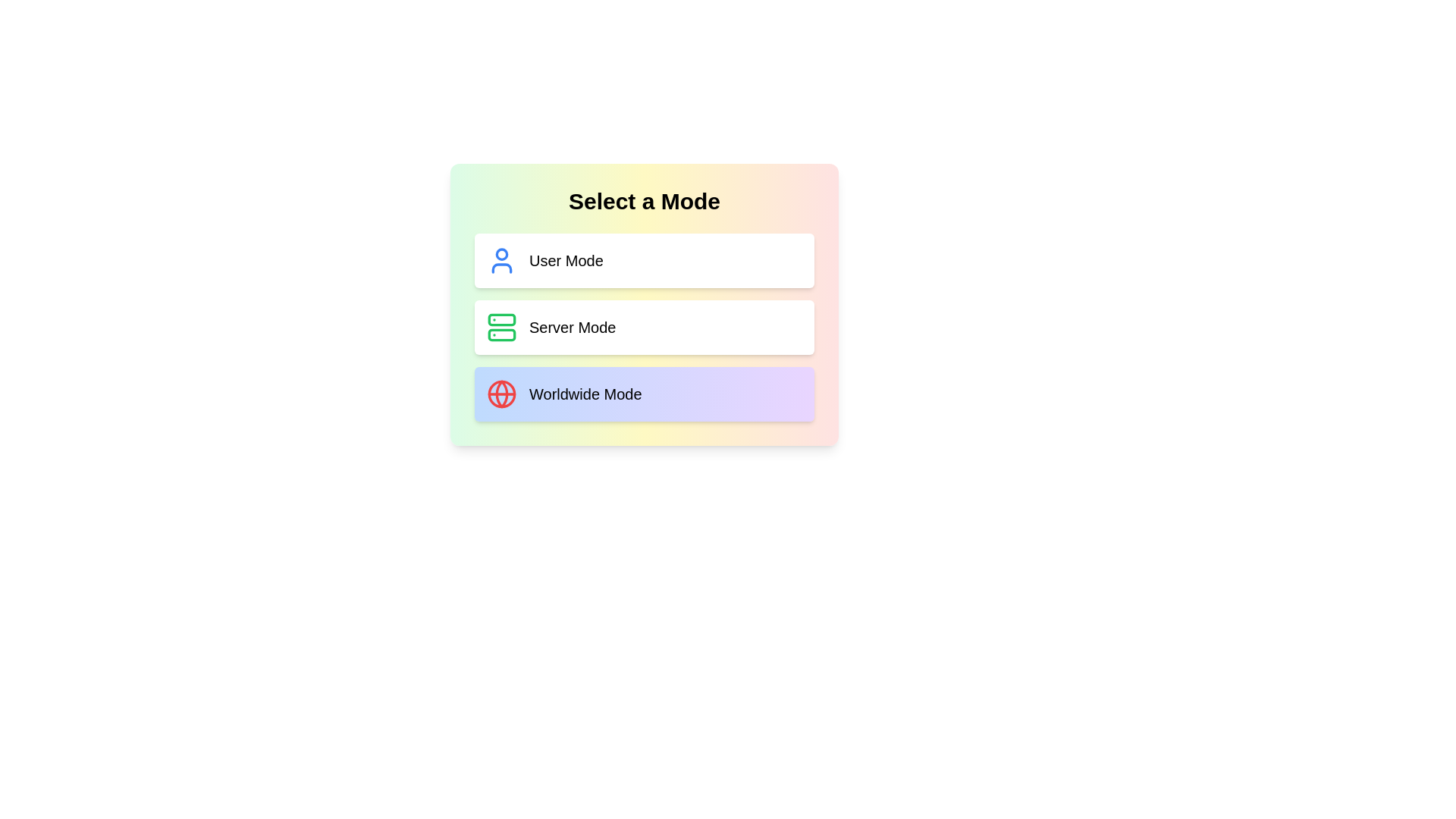 This screenshot has height=819, width=1456. What do you see at coordinates (502, 259) in the screenshot?
I see `the icon representing the 'User Mode' option, which is located adjacent to the text label 'User Mode' within the first entry of the vertical list titled 'Select a Mode'` at bounding box center [502, 259].